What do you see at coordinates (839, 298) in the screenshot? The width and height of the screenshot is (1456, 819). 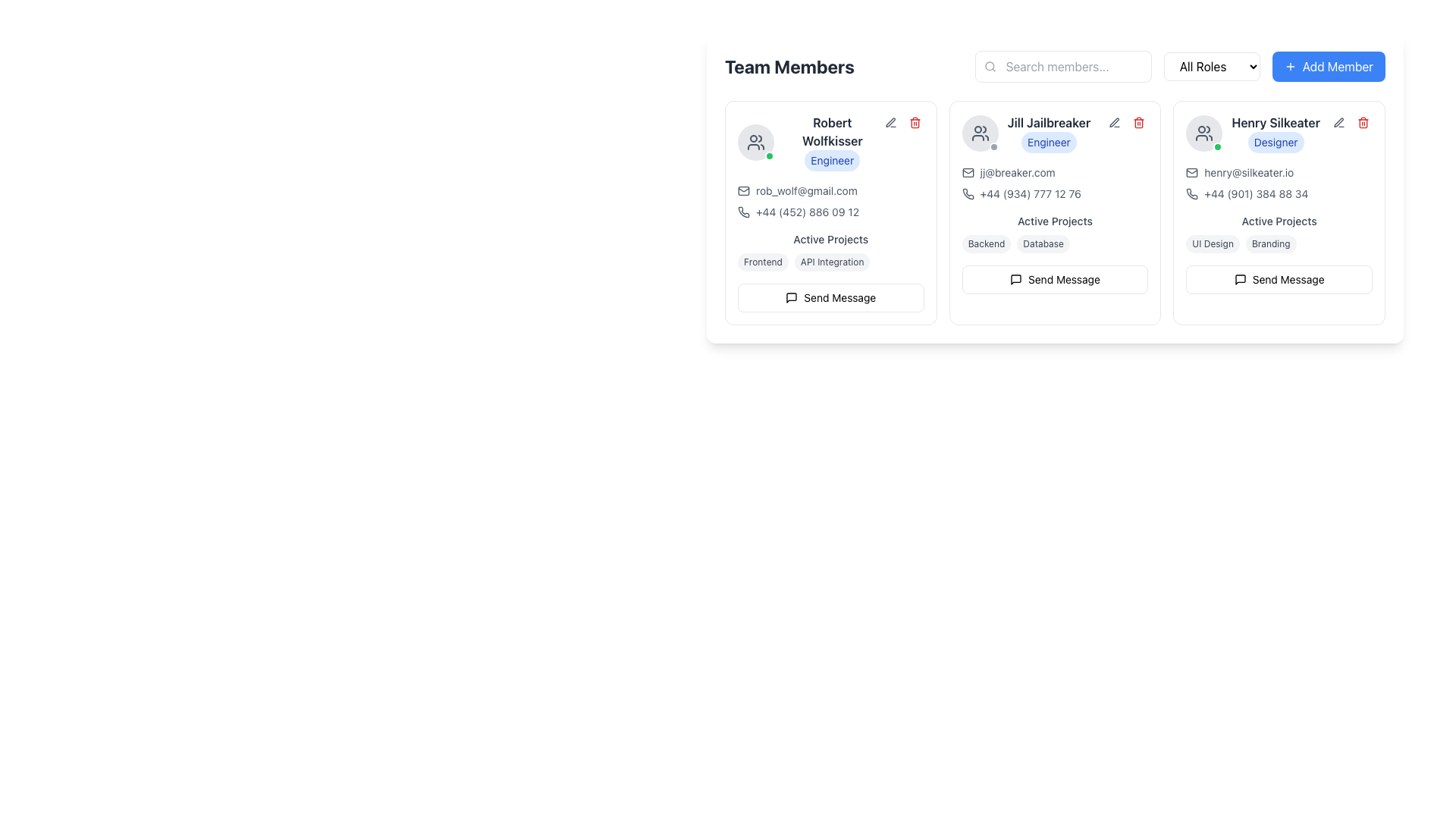 I see `'Send Message' text label to understand the button's function, which is located at the bottom of the card for 'Robert Wolfkisser'` at bounding box center [839, 298].